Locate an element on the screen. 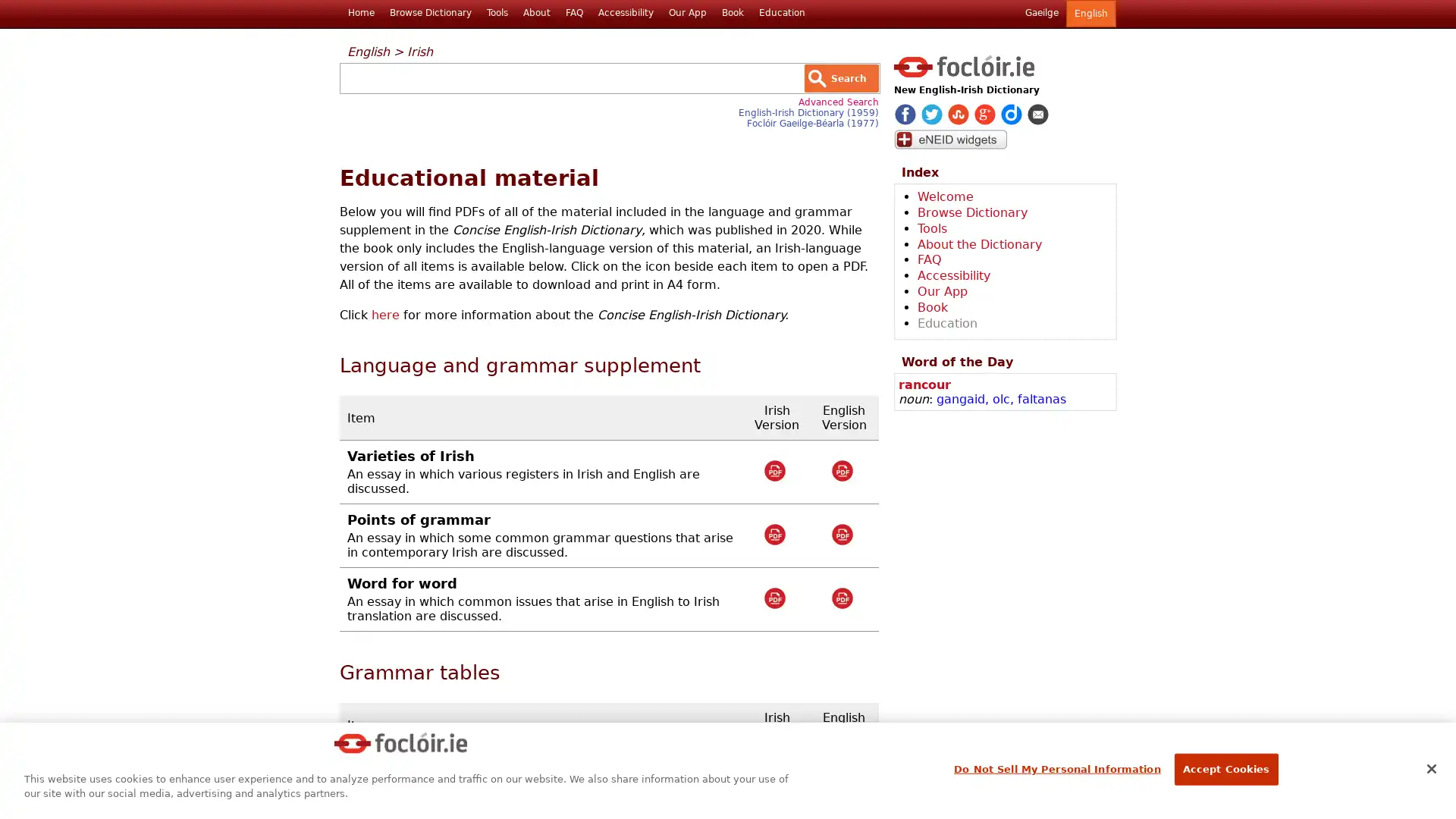 This screenshot has width=1456, height=819. Accept Cookies is located at coordinates (1225, 769).